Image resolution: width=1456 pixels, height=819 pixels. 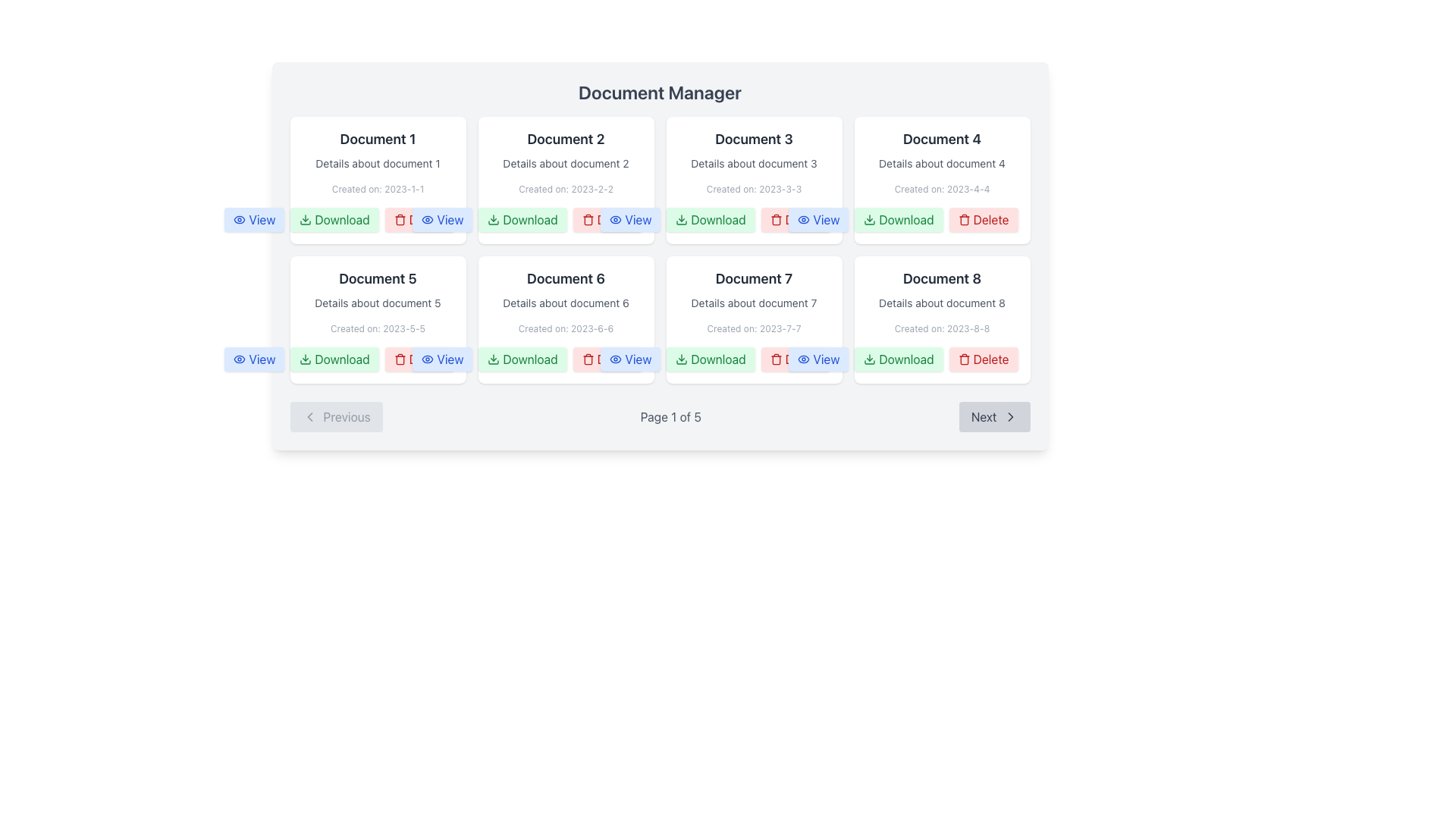 What do you see at coordinates (565, 303) in the screenshot?
I see `supplementary information text label for 'Document 6', which is positioned below the header and above the creation date` at bounding box center [565, 303].